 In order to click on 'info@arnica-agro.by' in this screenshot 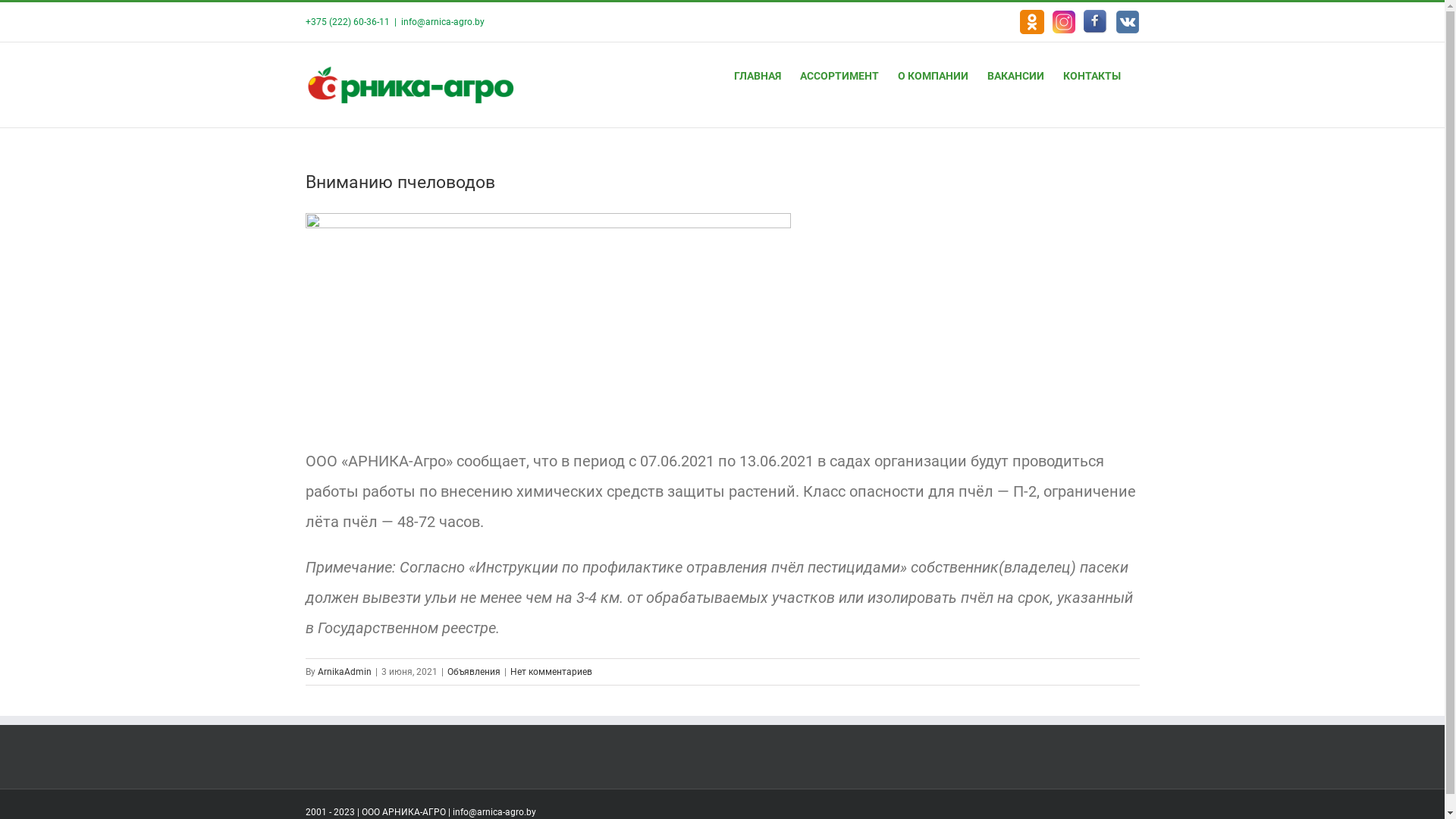, I will do `click(441, 22)`.